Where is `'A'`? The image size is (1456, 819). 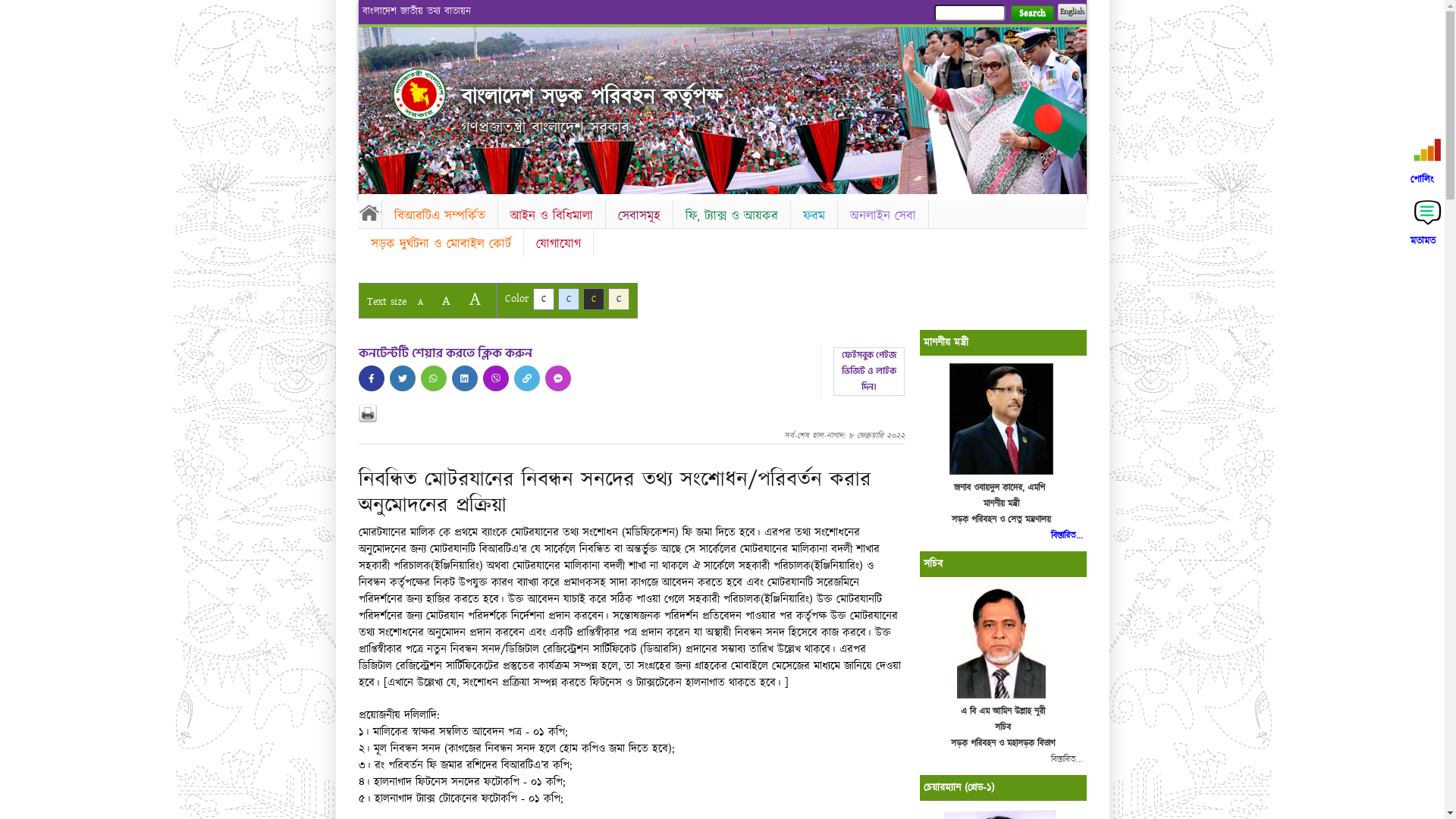
'A' is located at coordinates (444, 300).